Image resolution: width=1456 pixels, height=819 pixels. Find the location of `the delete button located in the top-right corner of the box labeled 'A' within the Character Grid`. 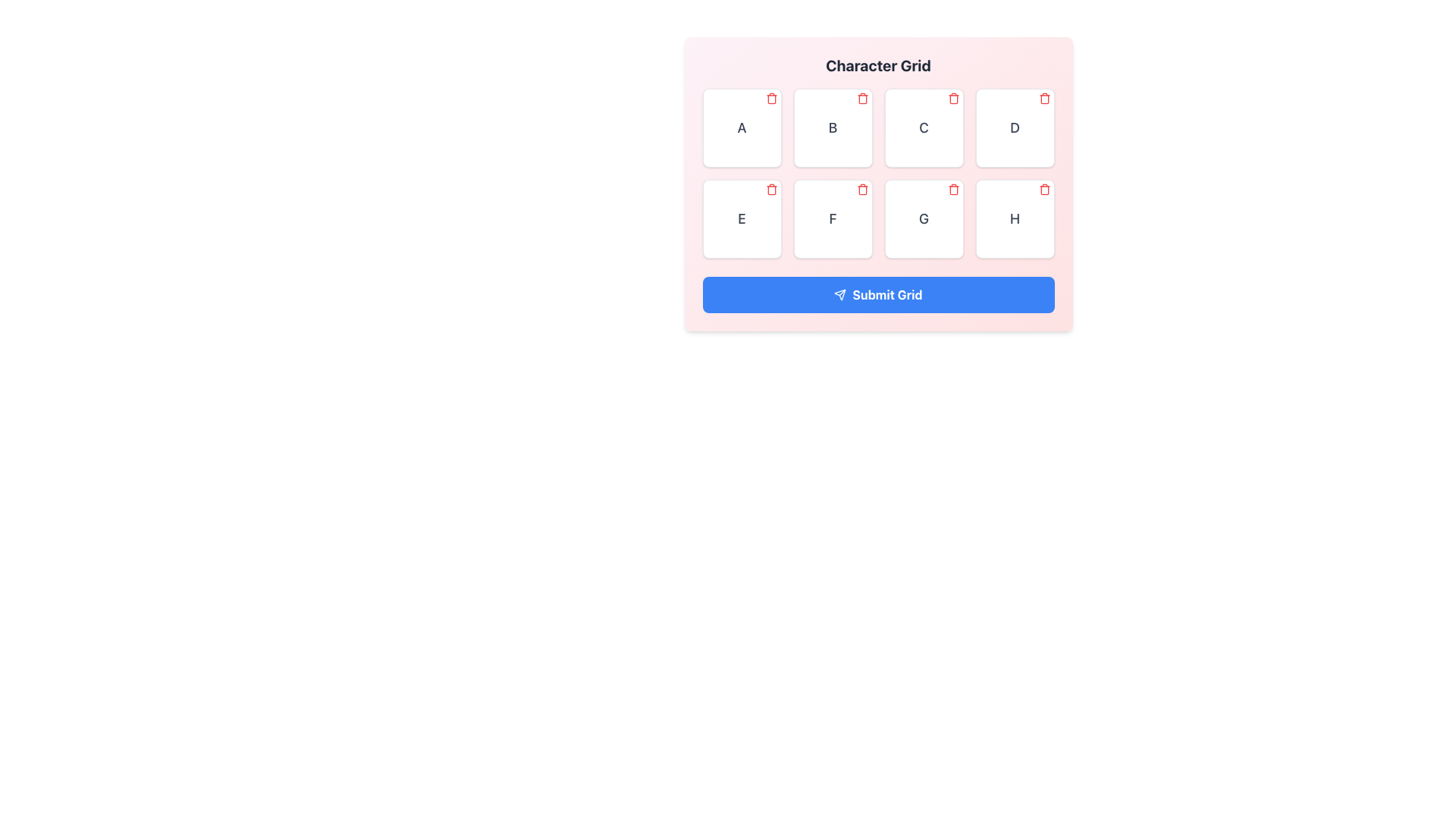

the delete button located in the top-right corner of the box labeled 'A' within the Character Grid is located at coordinates (771, 99).